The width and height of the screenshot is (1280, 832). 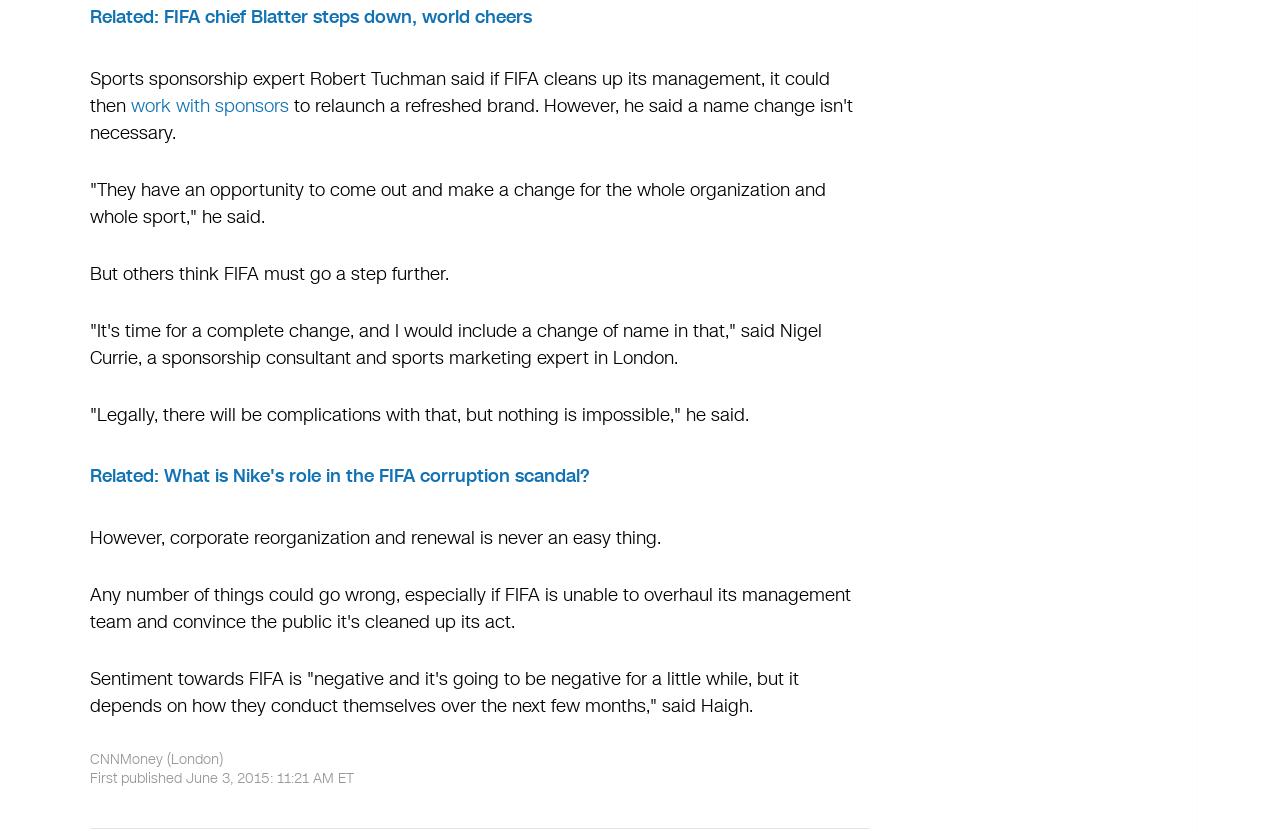 What do you see at coordinates (221, 778) in the screenshot?
I see `'First published June 3, 2015: 11:21 AM ET'` at bounding box center [221, 778].